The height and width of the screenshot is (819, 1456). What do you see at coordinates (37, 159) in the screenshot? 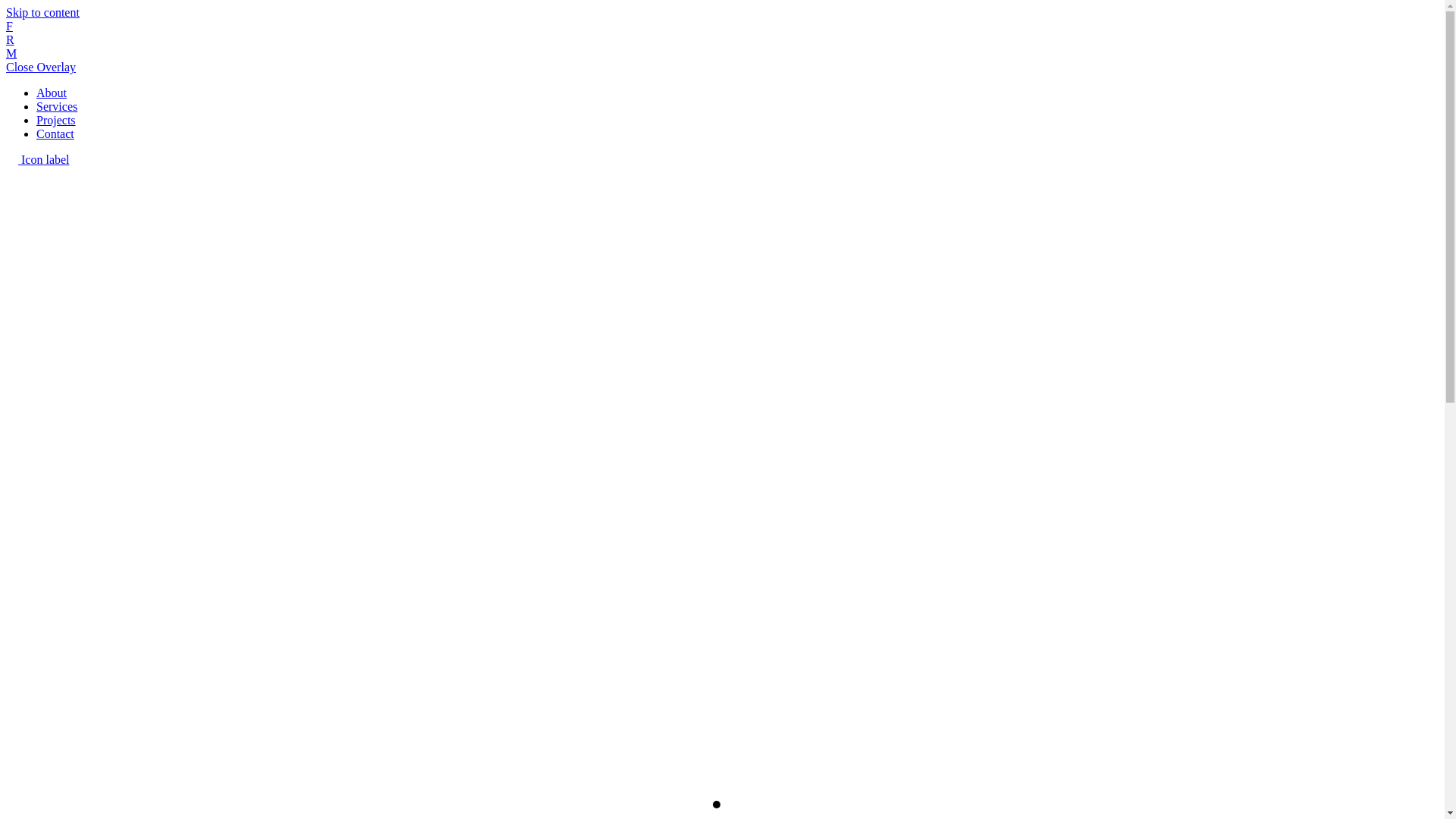
I see `'Icon label'` at bounding box center [37, 159].